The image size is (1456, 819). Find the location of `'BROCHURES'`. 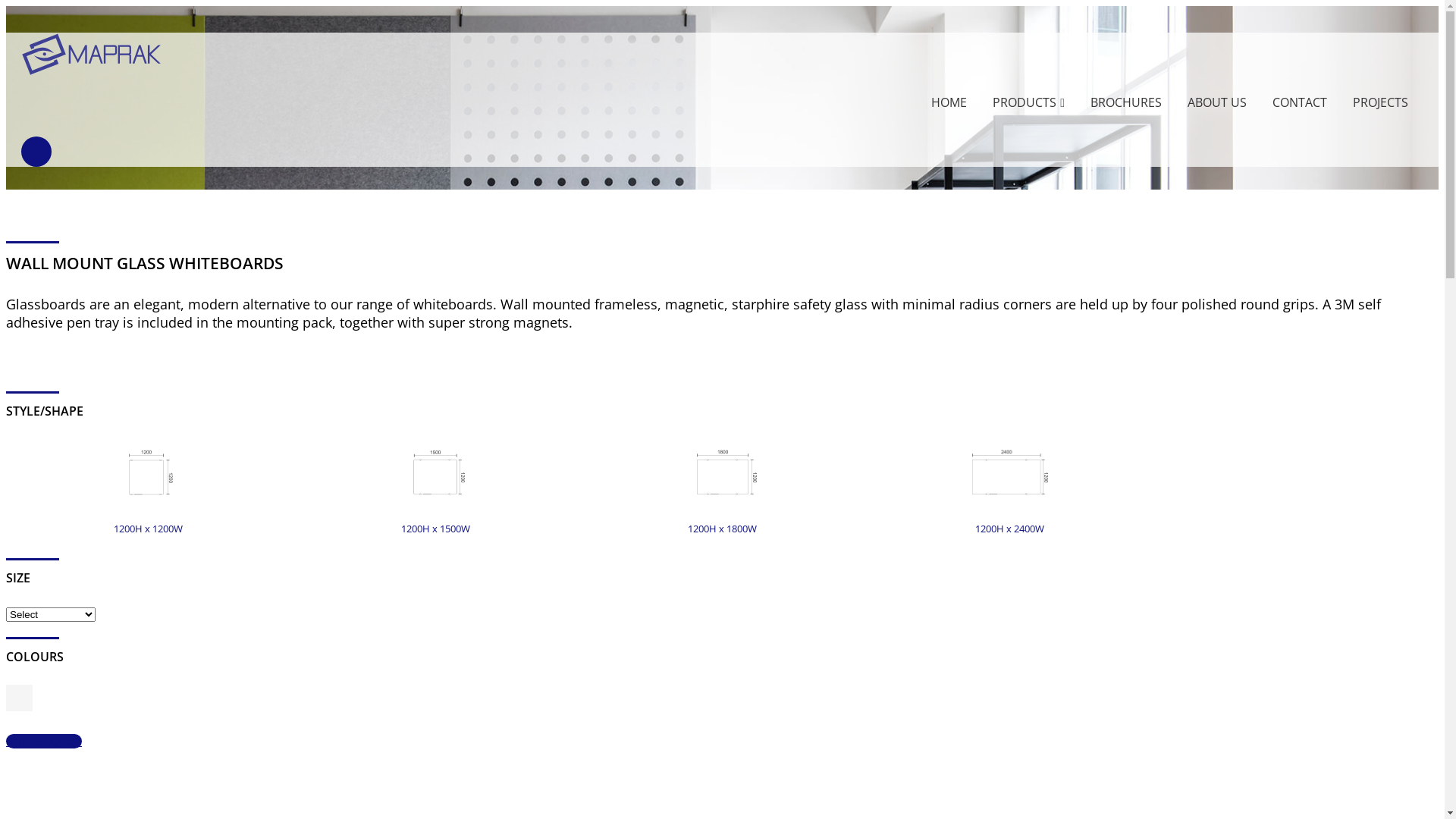

'BROCHURES' is located at coordinates (1086, 102).